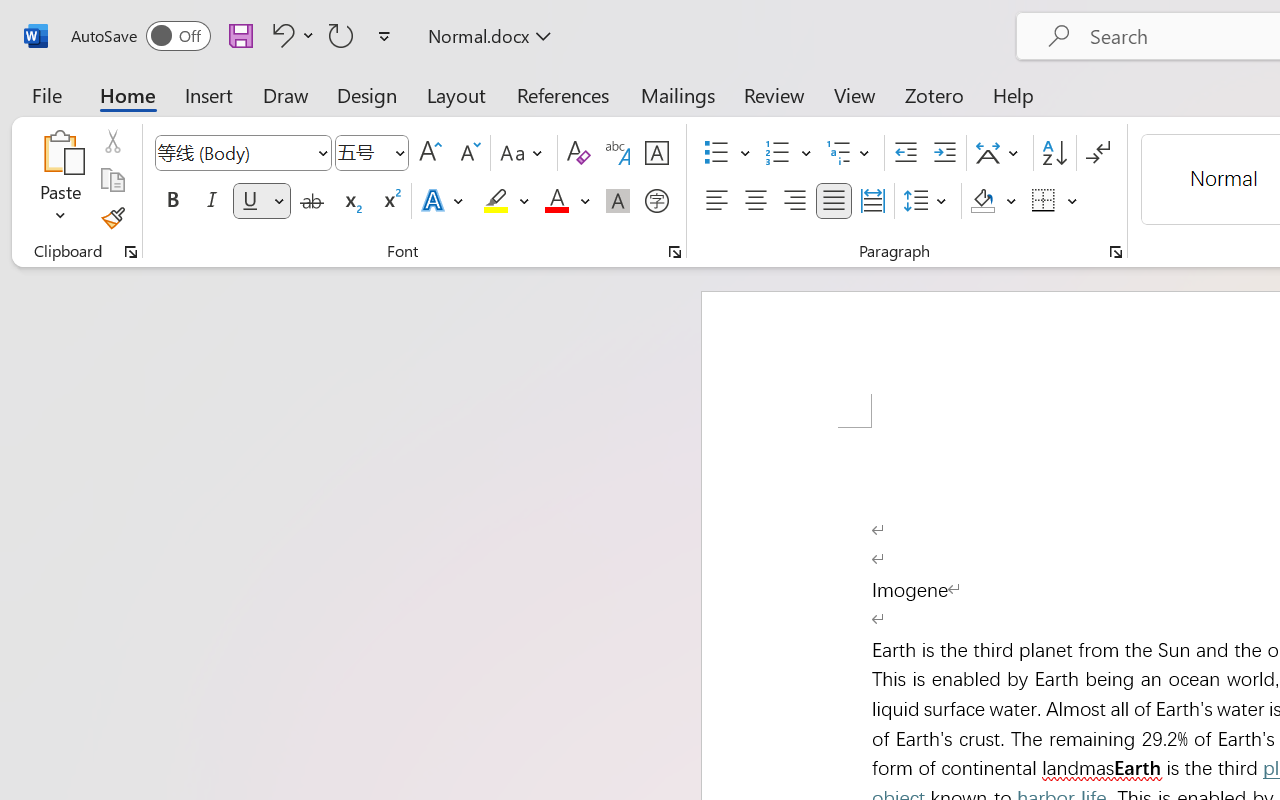 This screenshot has width=1280, height=800. Describe the element at coordinates (279, 34) in the screenshot. I see `'Undo Paste Destination Formatting'` at that location.